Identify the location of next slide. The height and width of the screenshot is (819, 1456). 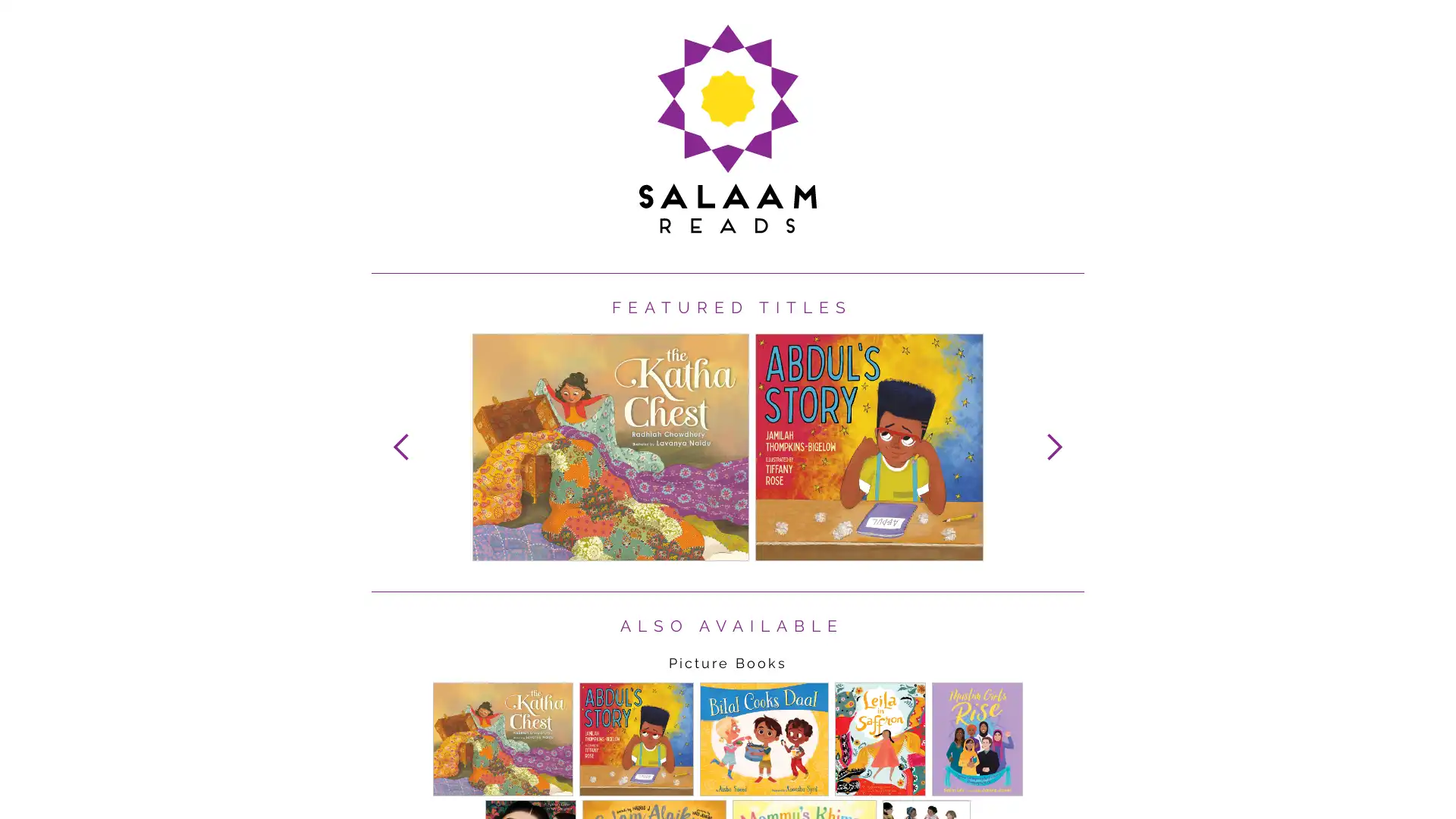
(1053, 447).